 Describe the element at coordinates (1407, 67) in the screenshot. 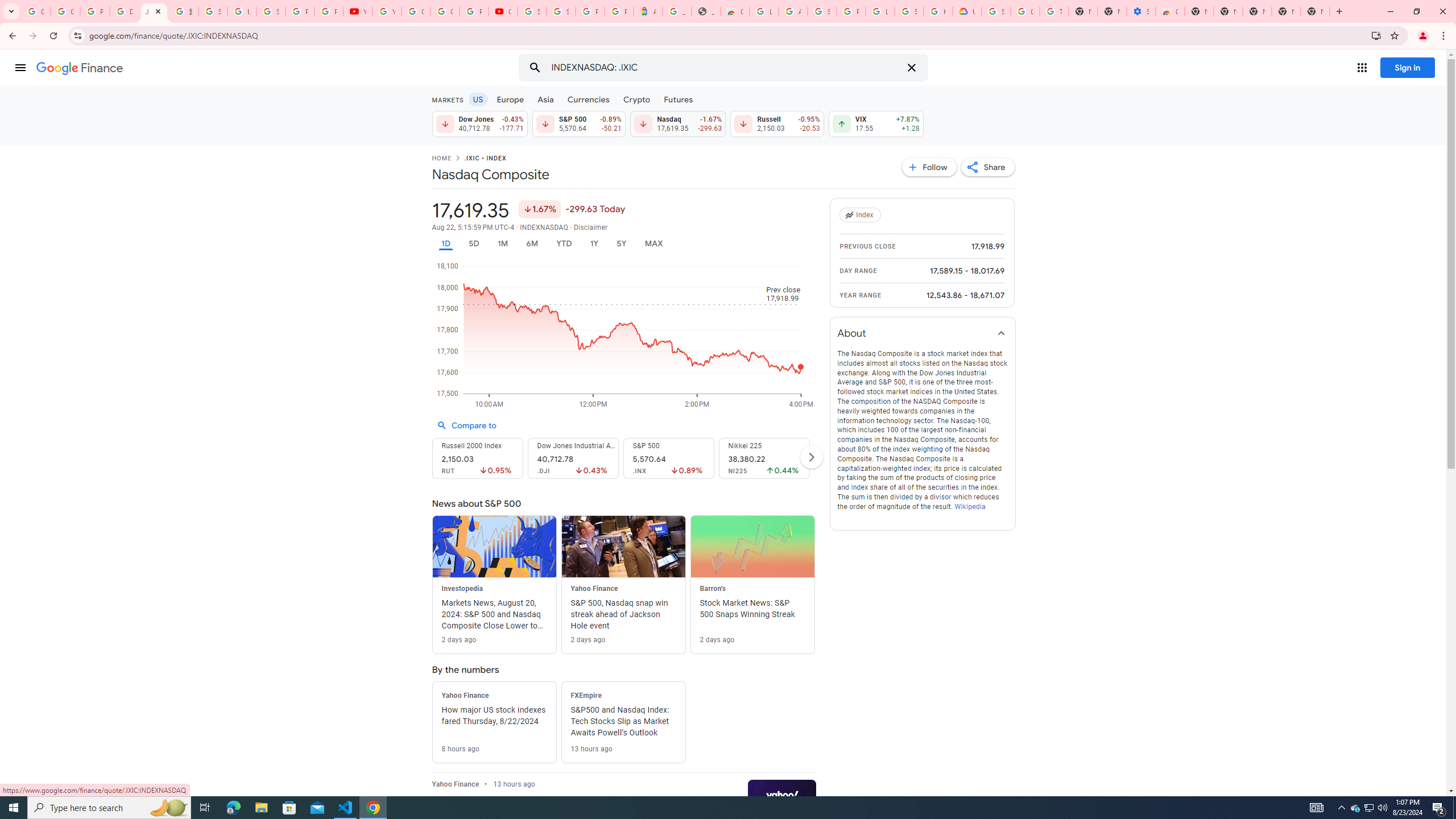

I see `'Sign in'` at that location.